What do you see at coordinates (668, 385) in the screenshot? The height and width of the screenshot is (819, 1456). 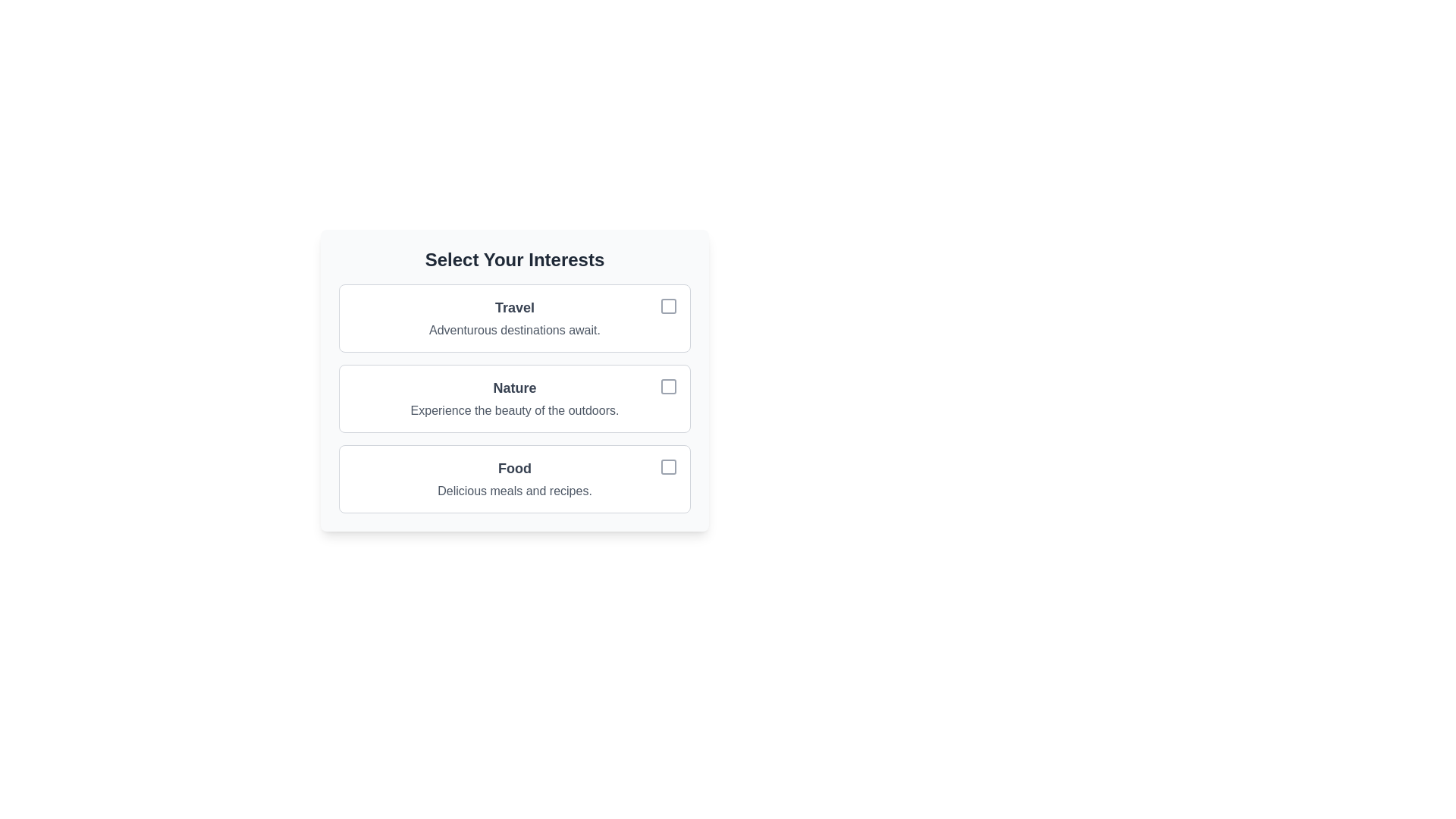 I see `the checkbox` at bounding box center [668, 385].